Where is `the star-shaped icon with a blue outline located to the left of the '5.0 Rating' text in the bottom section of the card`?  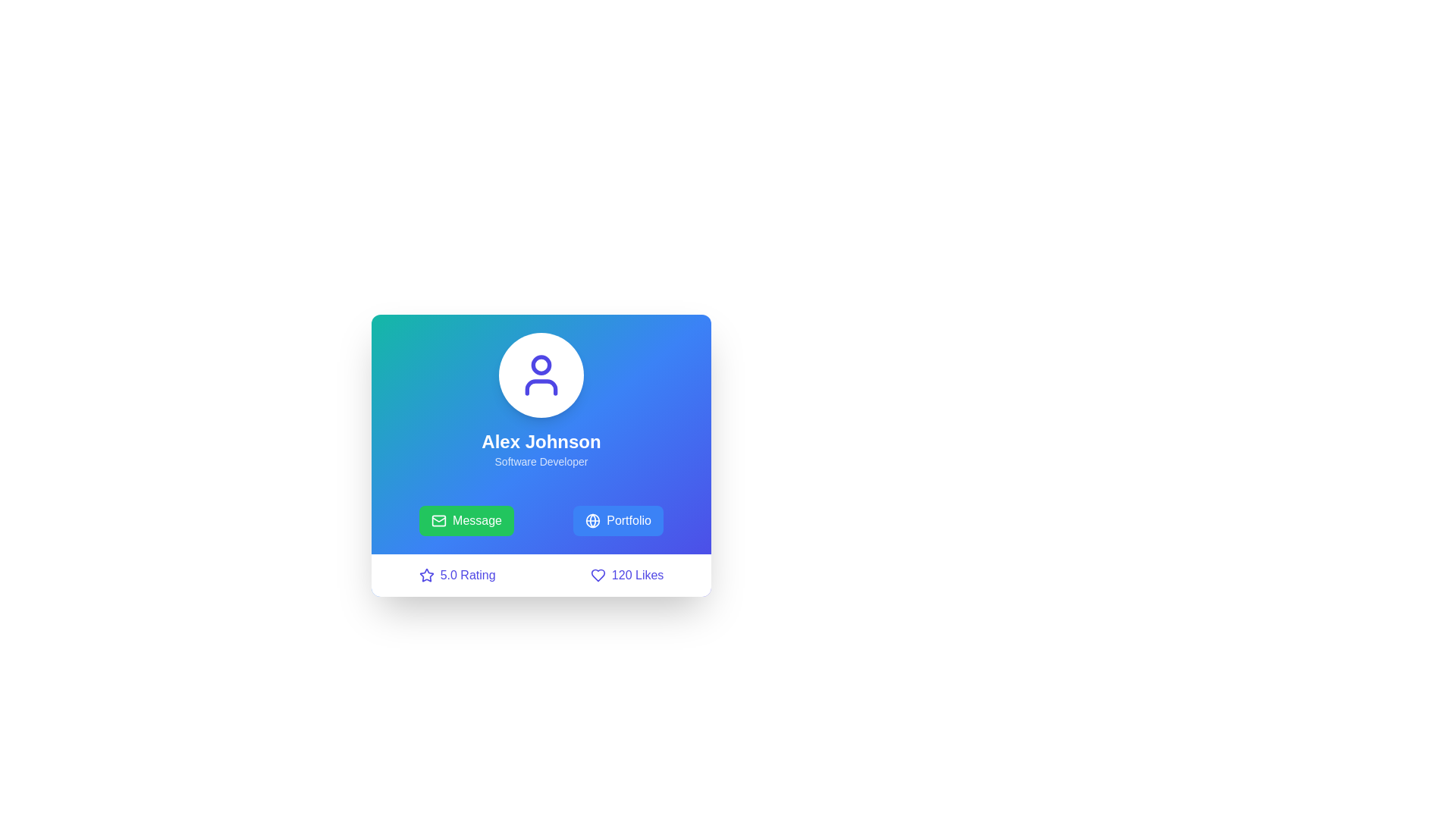
the star-shaped icon with a blue outline located to the left of the '5.0 Rating' text in the bottom section of the card is located at coordinates (425, 576).